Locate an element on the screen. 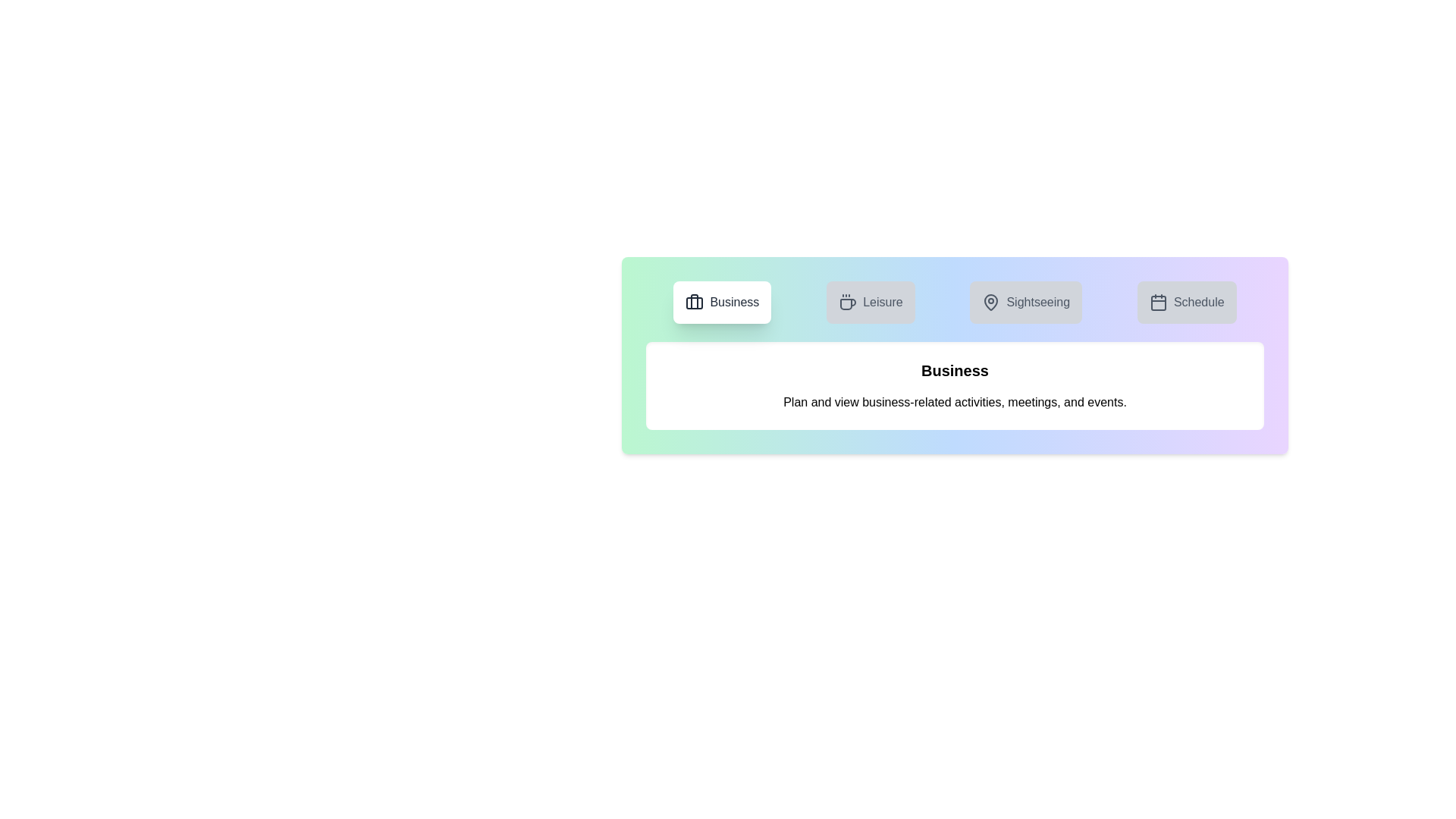  the tab corresponding to Sightseeing is located at coordinates (1026, 302).